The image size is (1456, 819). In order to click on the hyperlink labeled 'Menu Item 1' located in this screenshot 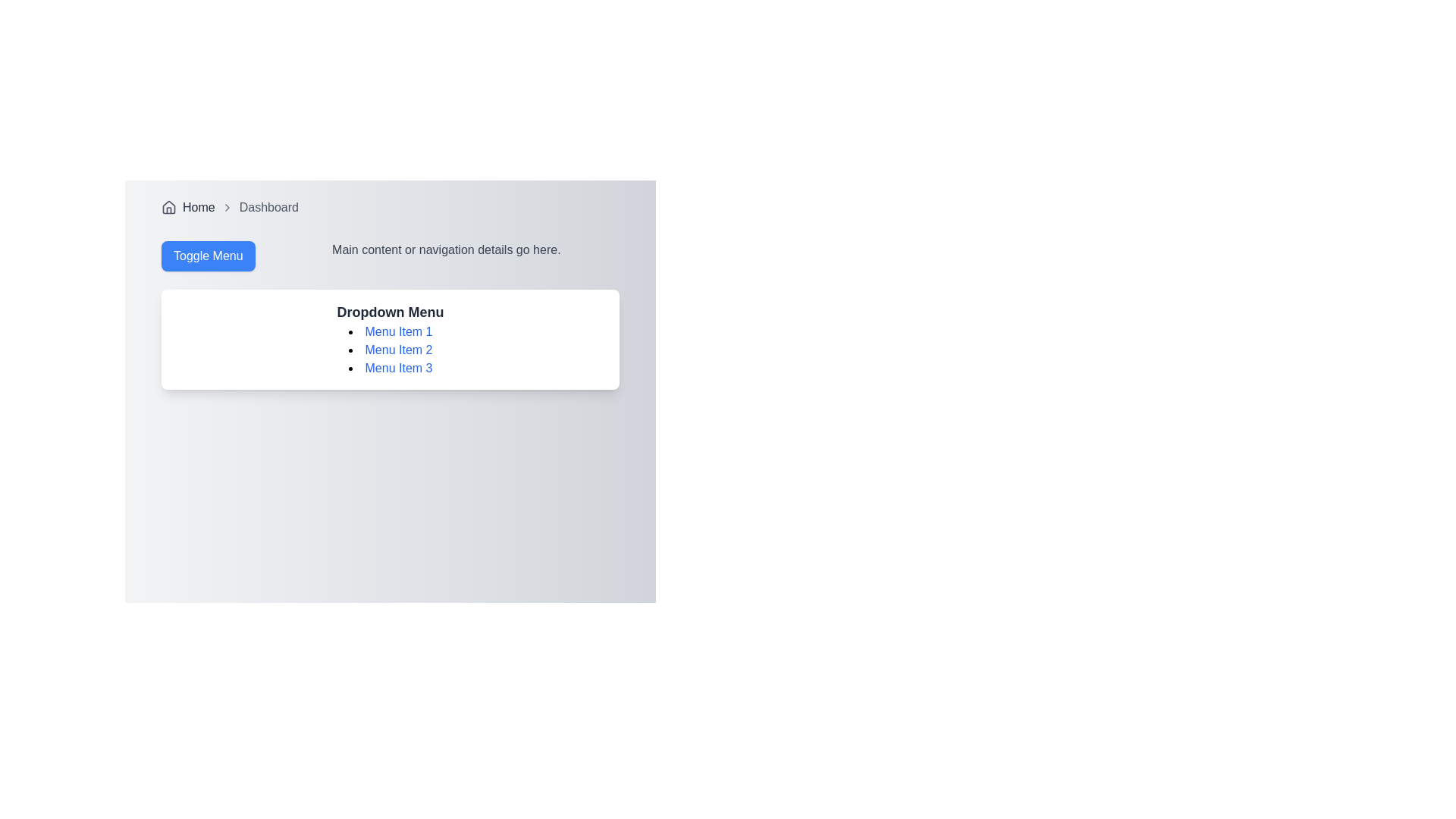, I will do `click(399, 331)`.